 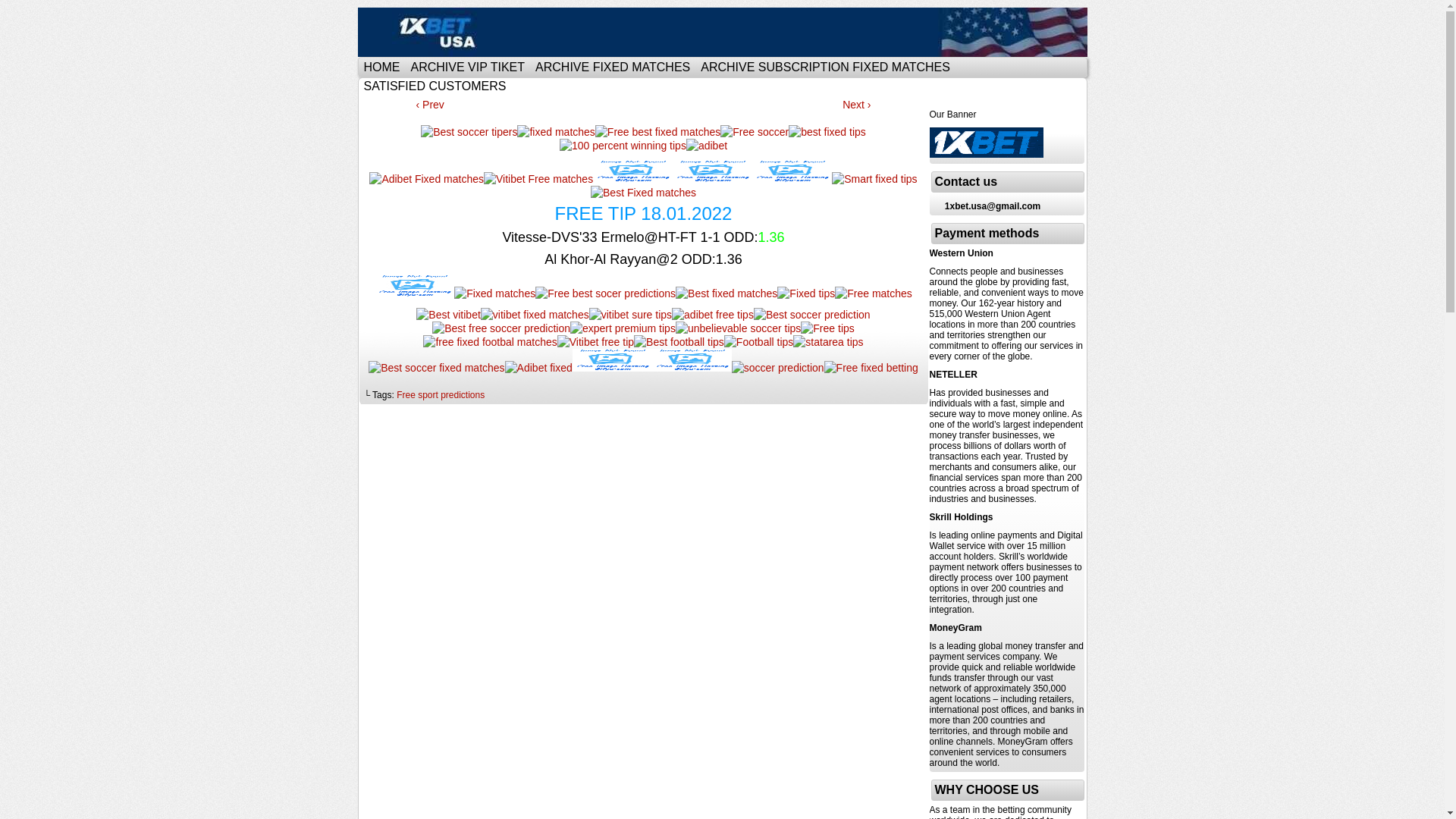 What do you see at coordinates (538, 368) in the screenshot?
I see `'Adibet fixed'` at bounding box center [538, 368].